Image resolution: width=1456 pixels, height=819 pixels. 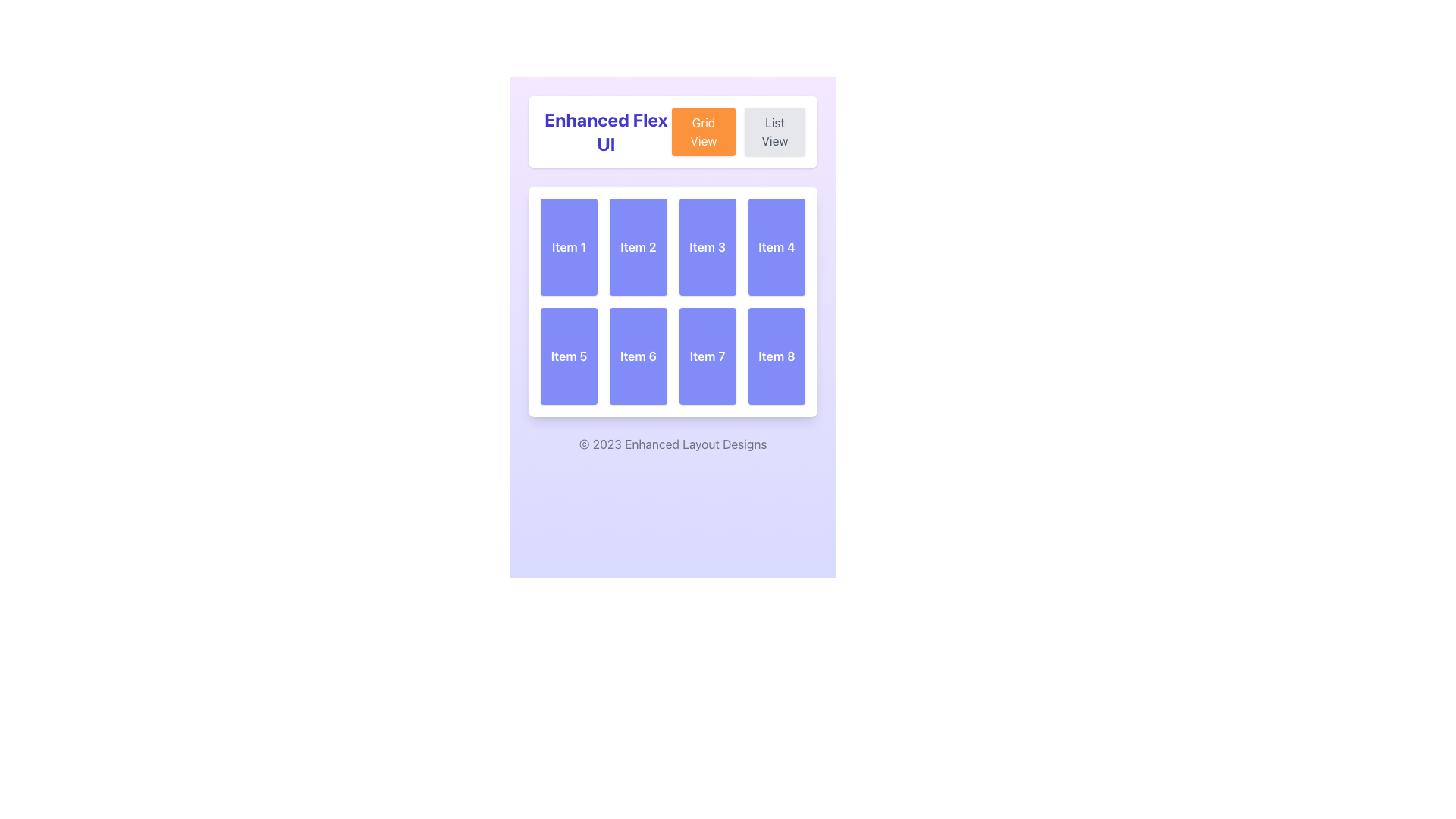 I want to click on the Grid item labeled 'Item 8' with a purple background, so click(x=777, y=356).